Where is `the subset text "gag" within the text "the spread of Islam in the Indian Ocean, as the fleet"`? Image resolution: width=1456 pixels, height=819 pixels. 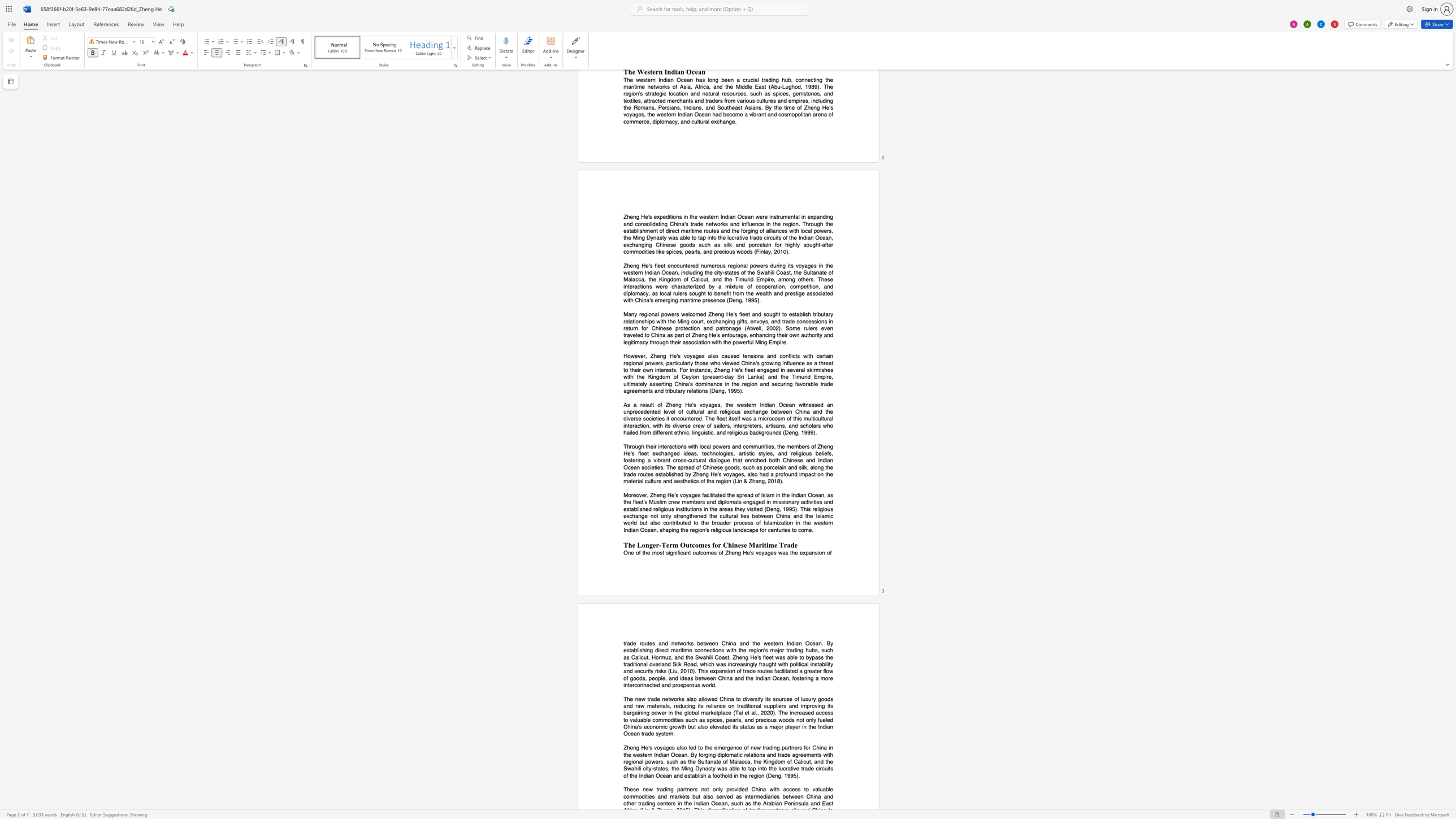
the subset text "gag" within the text "the spread of Islam in the Indian Ocean, as the fleet" is located at coordinates (749, 502).